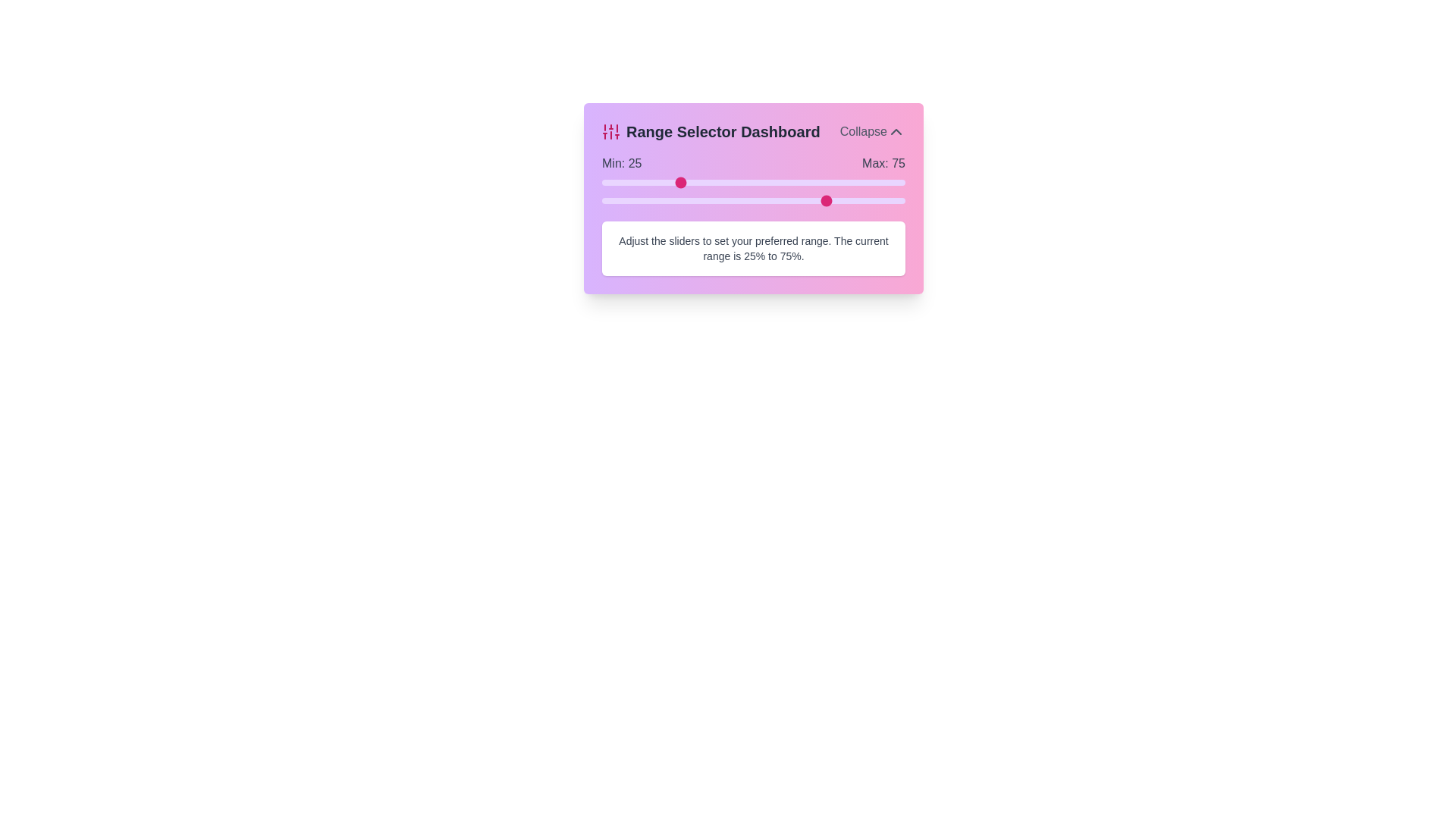 The height and width of the screenshot is (819, 1456). Describe the element at coordinates (617, 181) in the screenshot. I see `the minimum range slider to 5%` at that location.